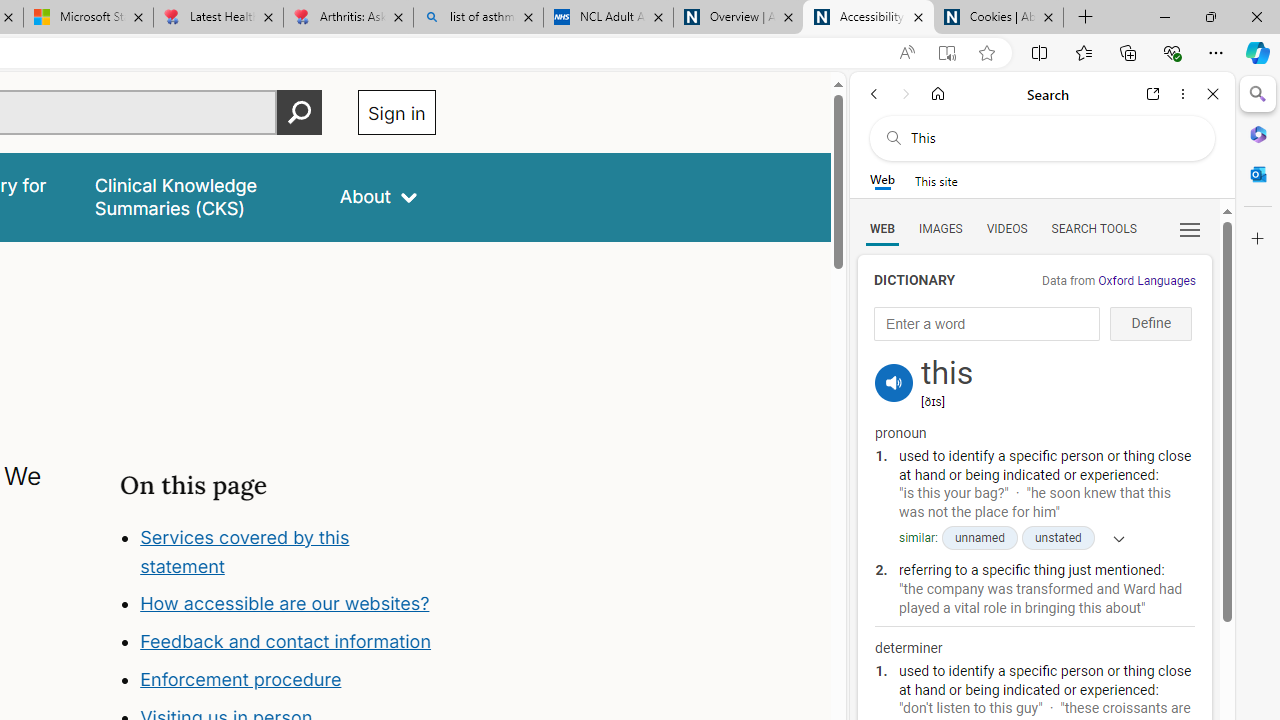  I want to click on 'Enforcement procedure', so click(240, 679).